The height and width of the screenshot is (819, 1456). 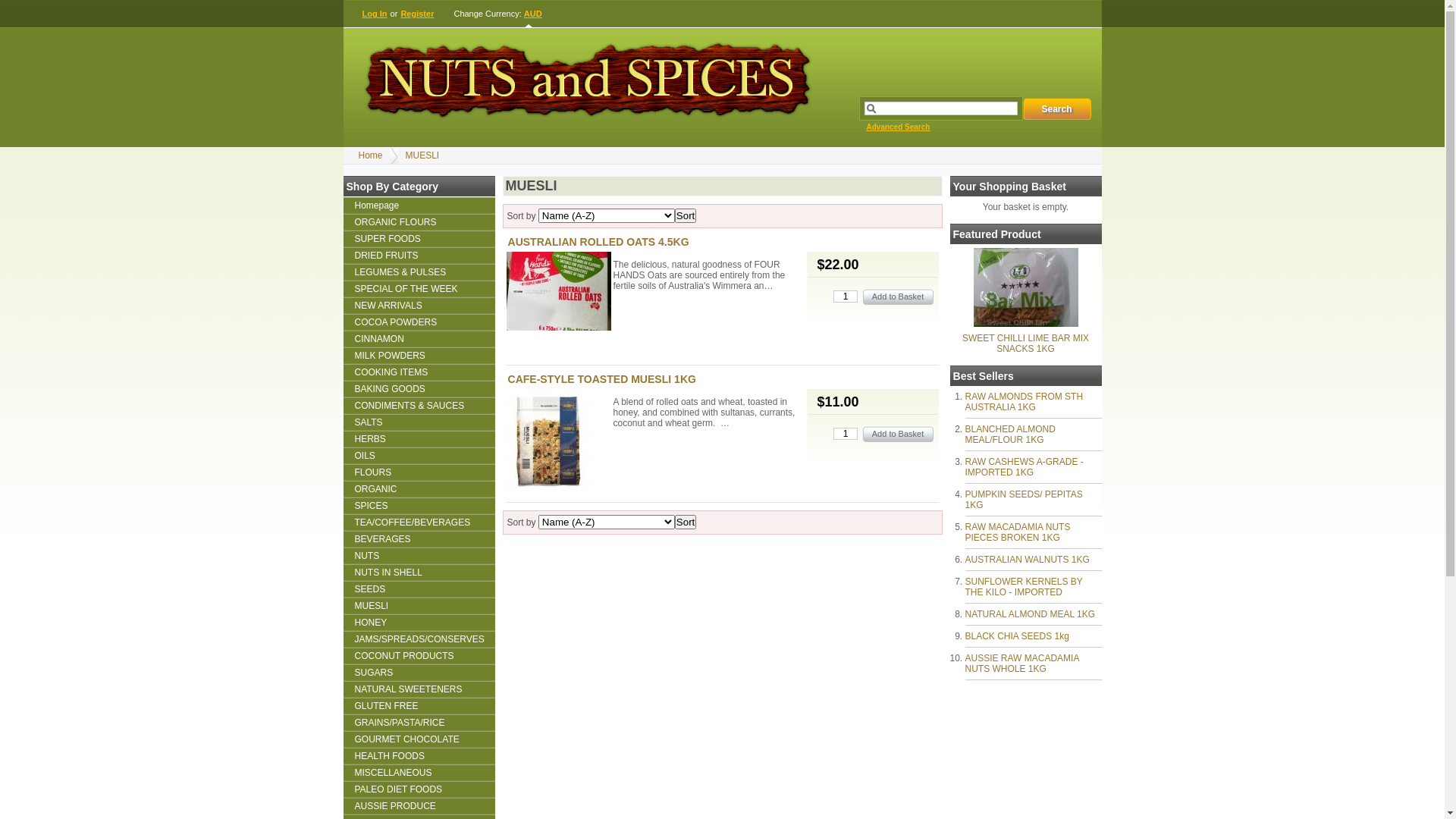 What do you see at coordinates (419, 405) in the screenshot?
I see `'CONDIMENTS & SAUCES'` at bounding box center [419, 405].